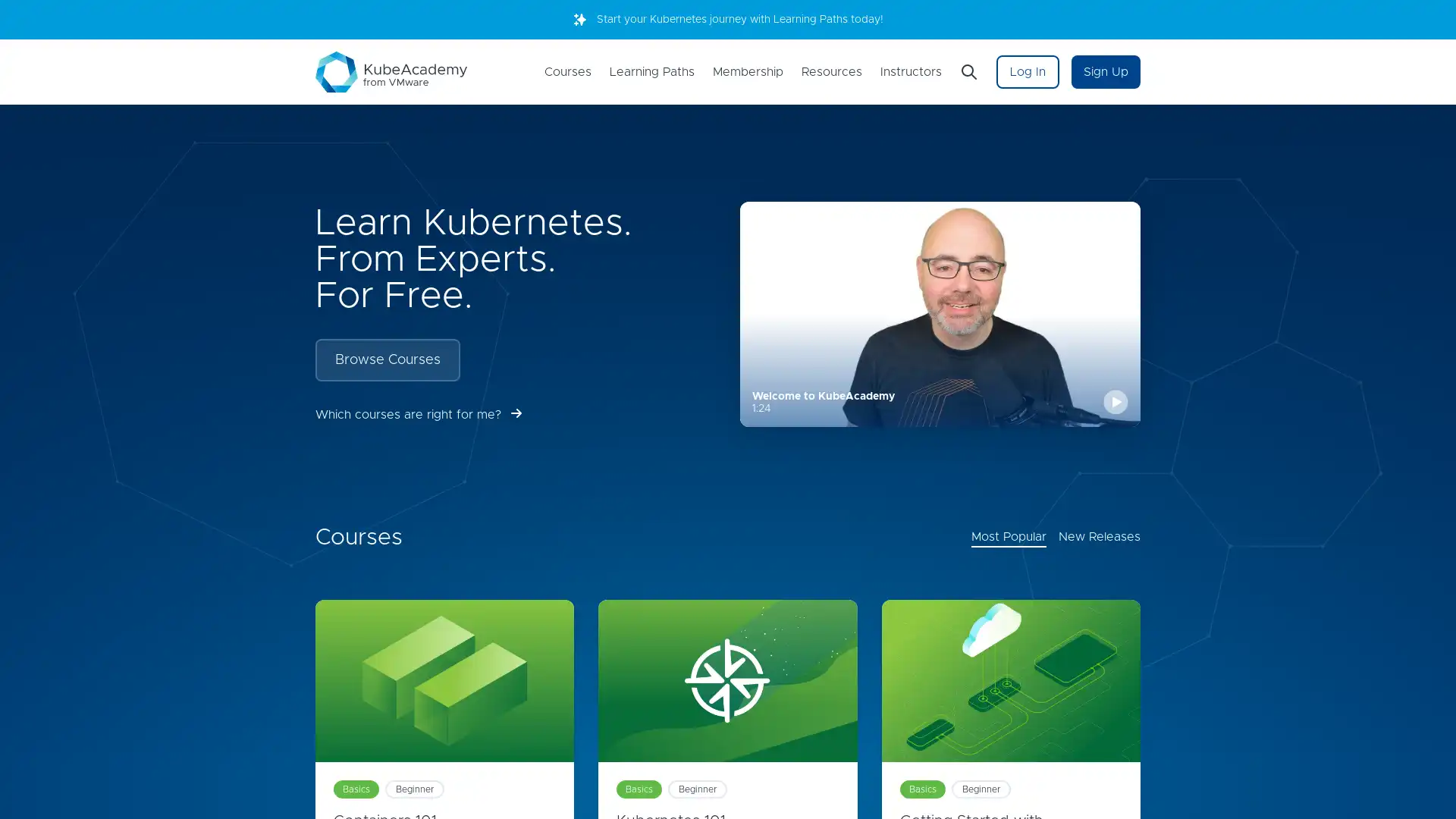 This screenshot has height=819, width=1456. Describe the element at coordinates (939, 313) in the screenshot. I see `Welcome to KubeAcademy 1:24` at that location.